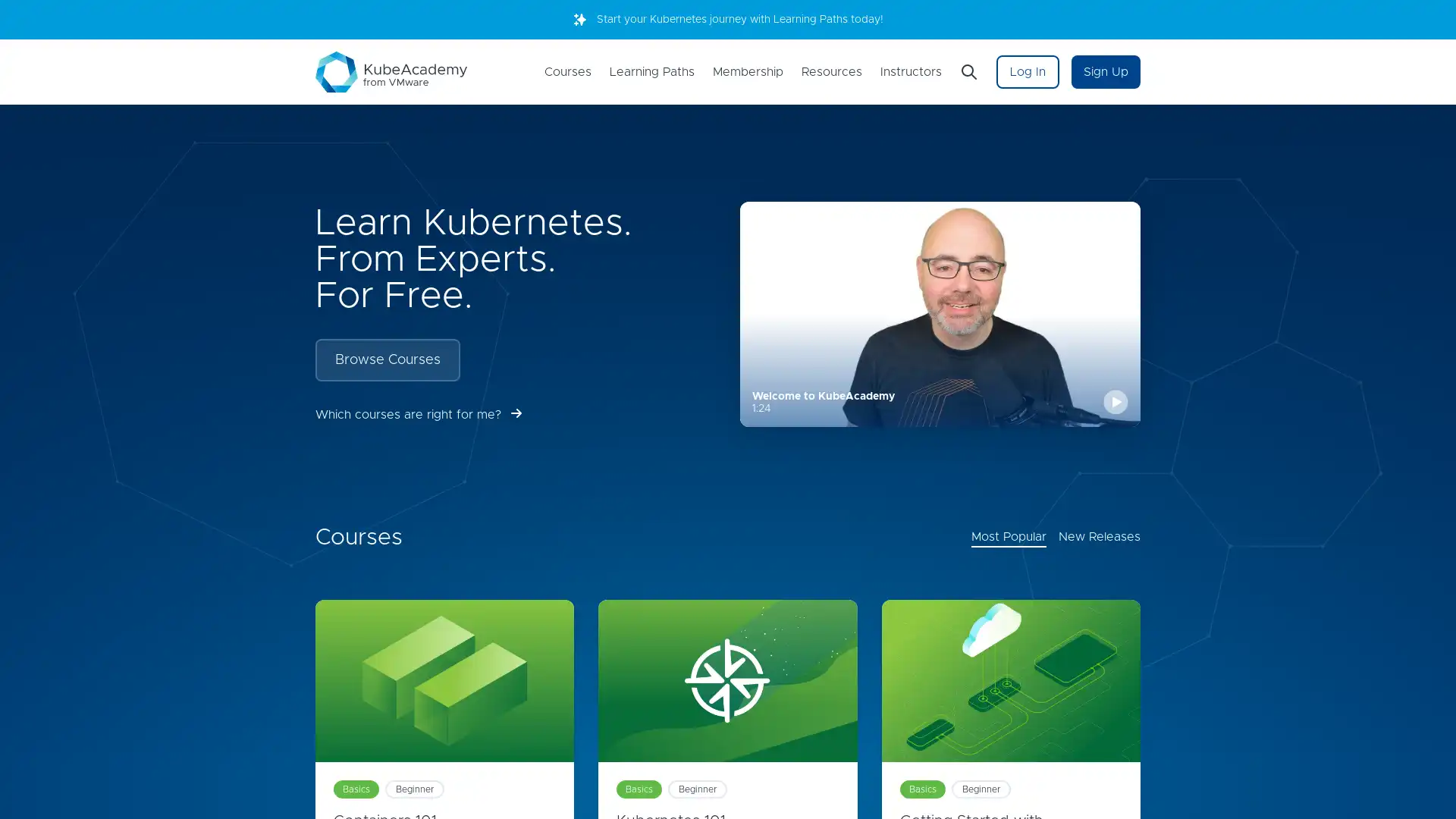 This screenshot has height=819, width=1456. Describe the element at coordinates (939, 313) in the screenshot. I see `Welcome to KubeAcademy 1:24` at that location.